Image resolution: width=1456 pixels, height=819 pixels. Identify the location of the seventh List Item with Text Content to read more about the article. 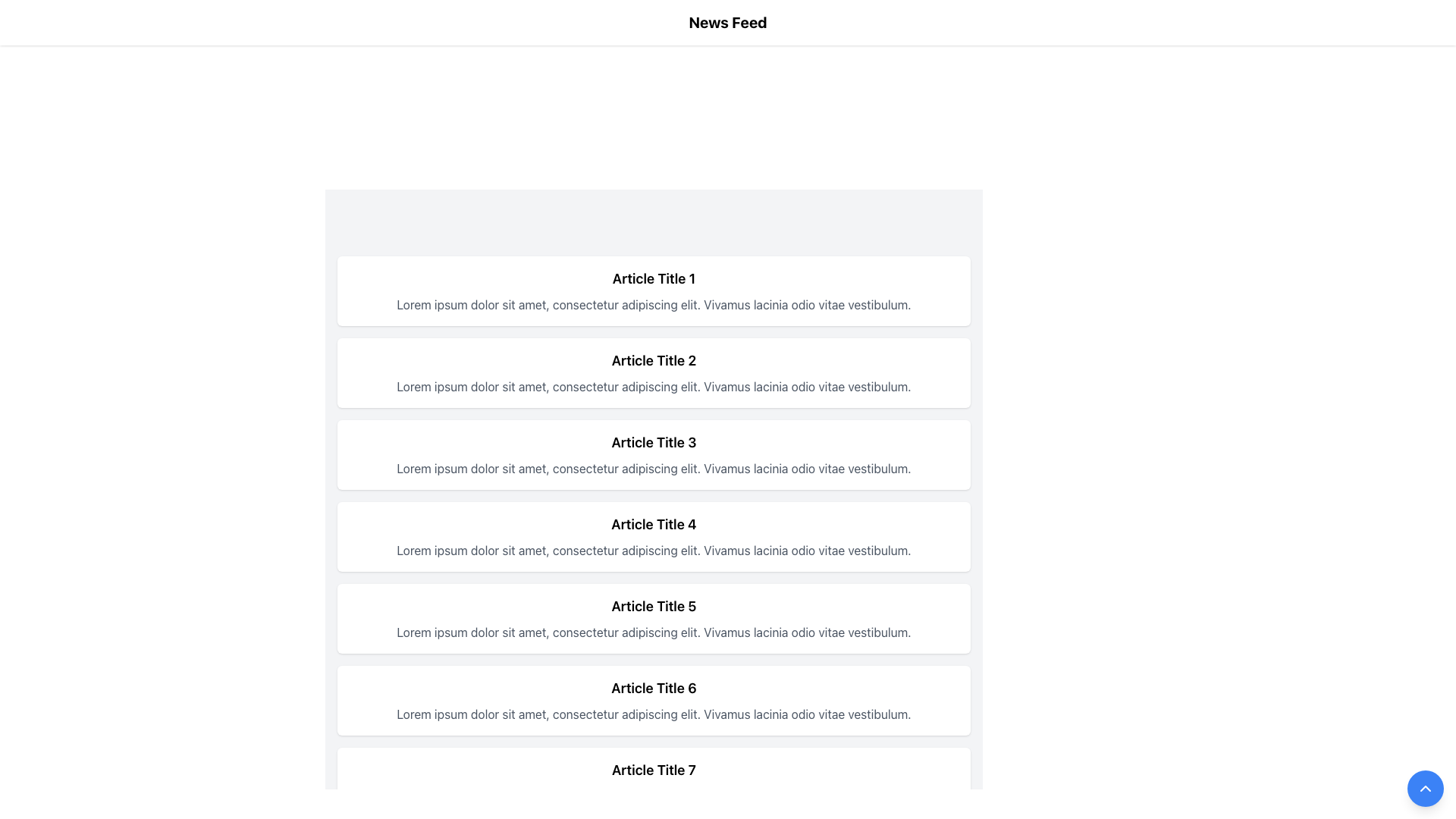
(654, 783).